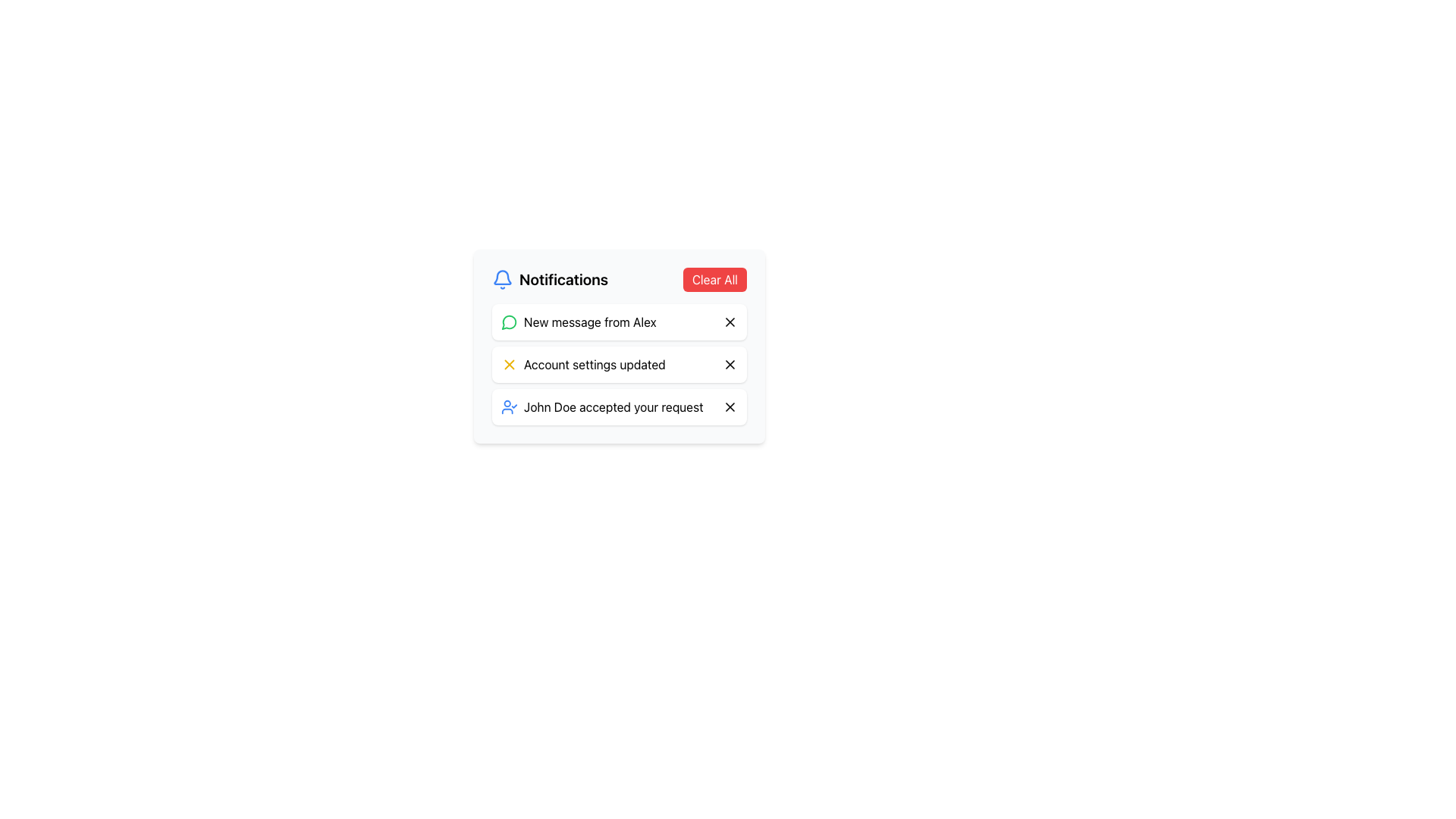 This screenshot has height=819, width=1456. What do you see at coordinates (510, 365) in the screenshot?
I see `the yellow 'X' icon button located to the right of the notification message 'Account settings updated'` at bounding box center [510, 365].